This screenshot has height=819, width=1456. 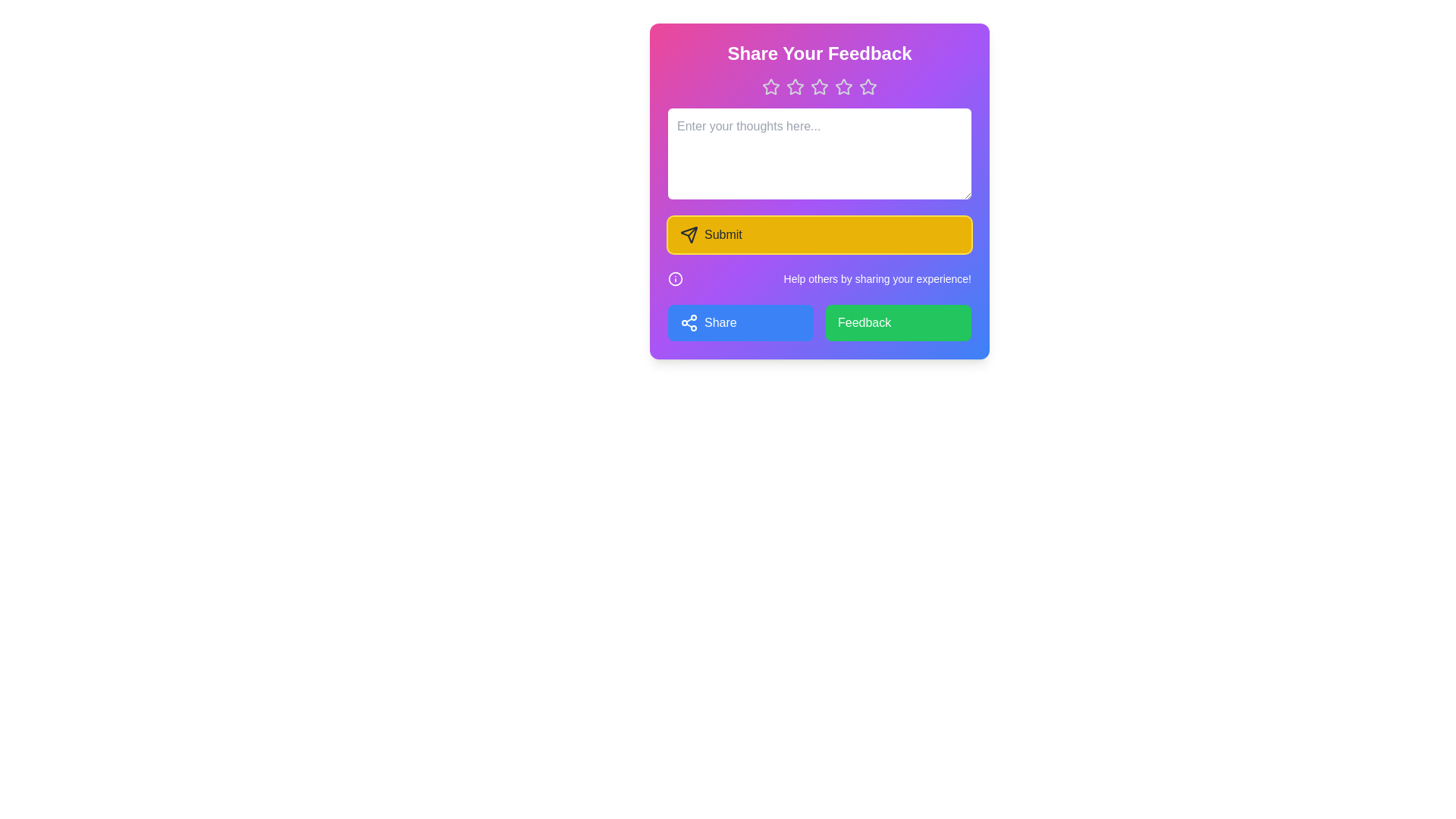 I want to click on the third star icon in the rating system, so click(x=795, y=87).